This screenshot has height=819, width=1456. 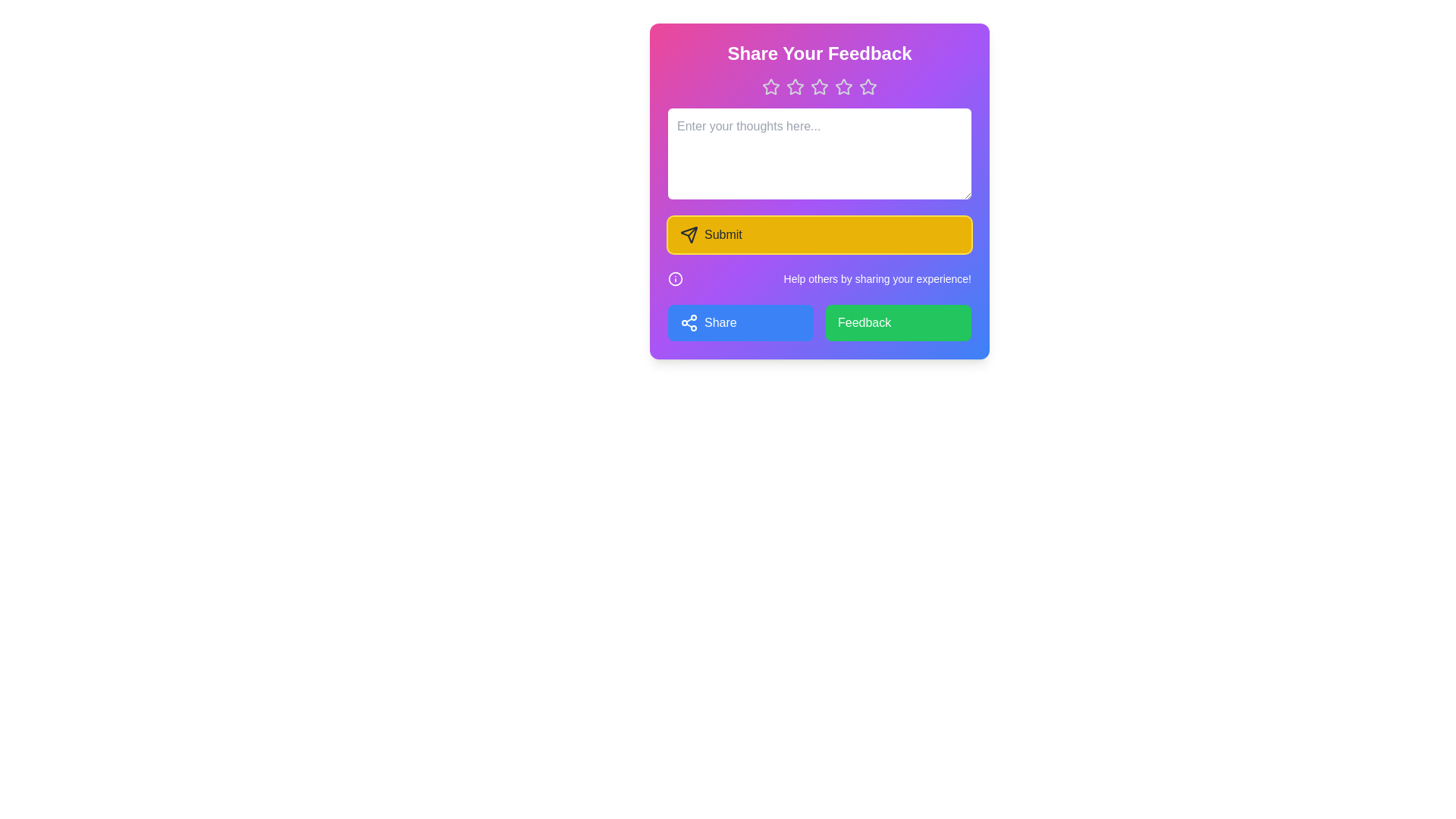 I want to click on the third star icon in the rating system, so click(x=795, y=87).